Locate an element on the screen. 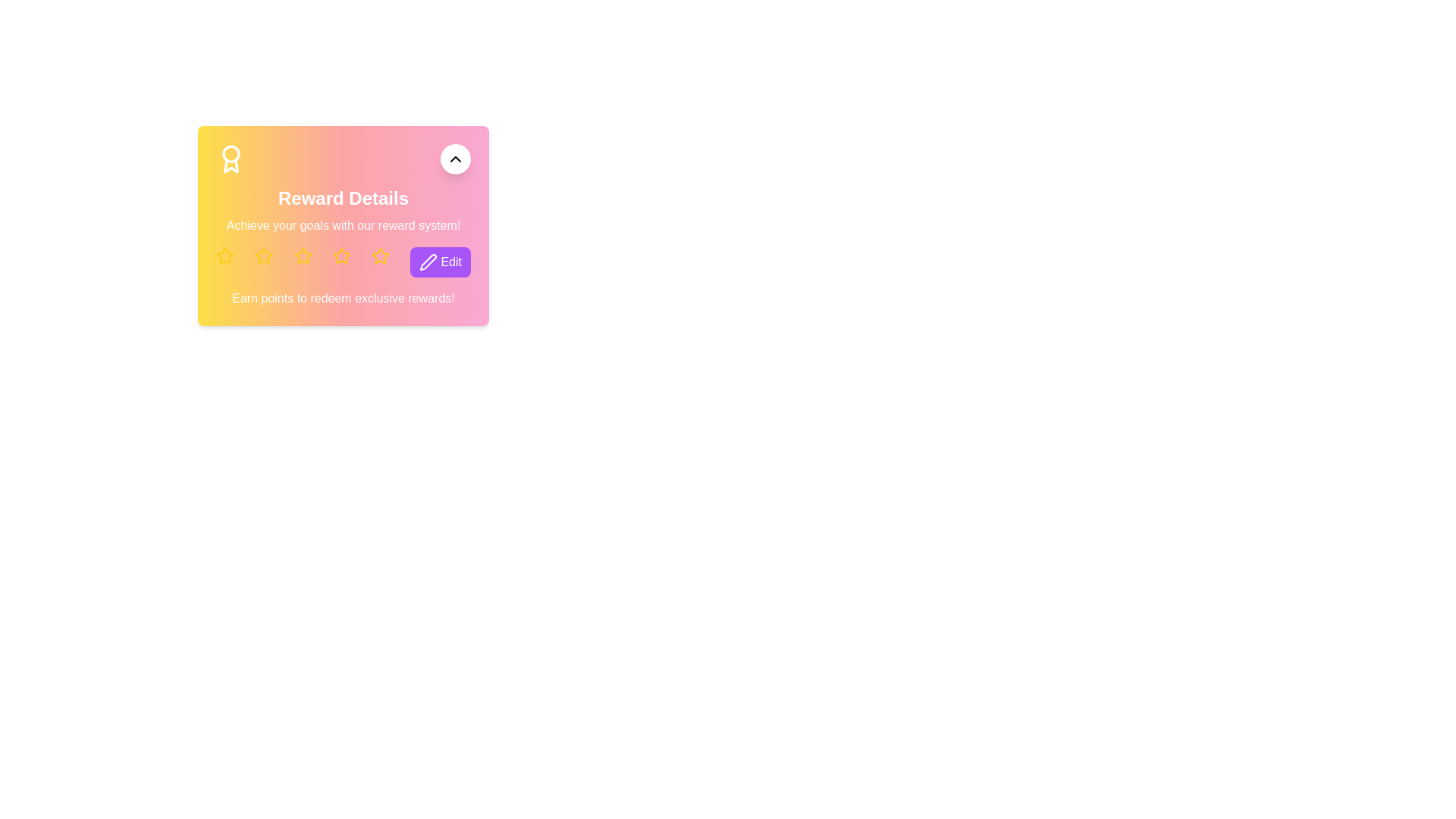 This screenshot has height=819, width=1456. the third yellow star icon in the row of five stars under the 'Reward Details' heading is located at coordinates (303, 255).